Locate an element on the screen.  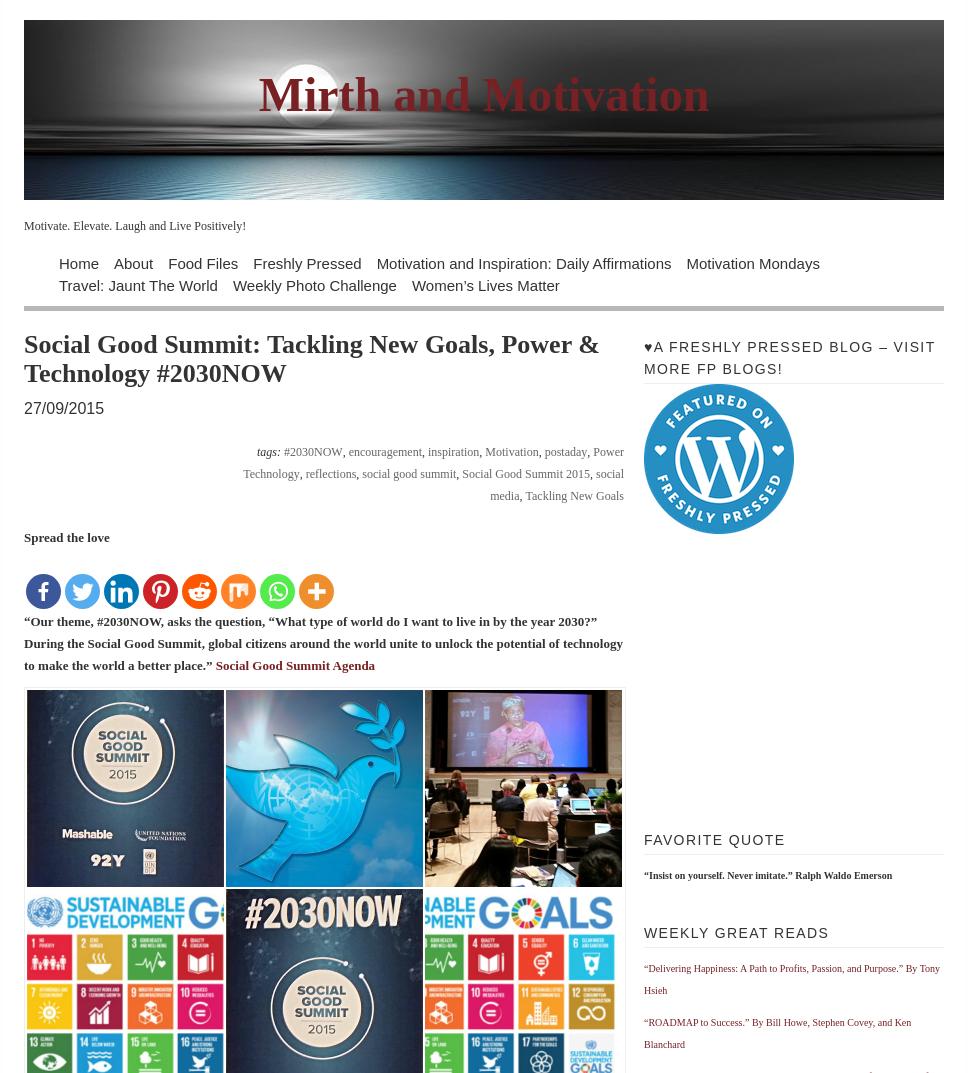
'Motivation' is located at coordinates (511, 451).